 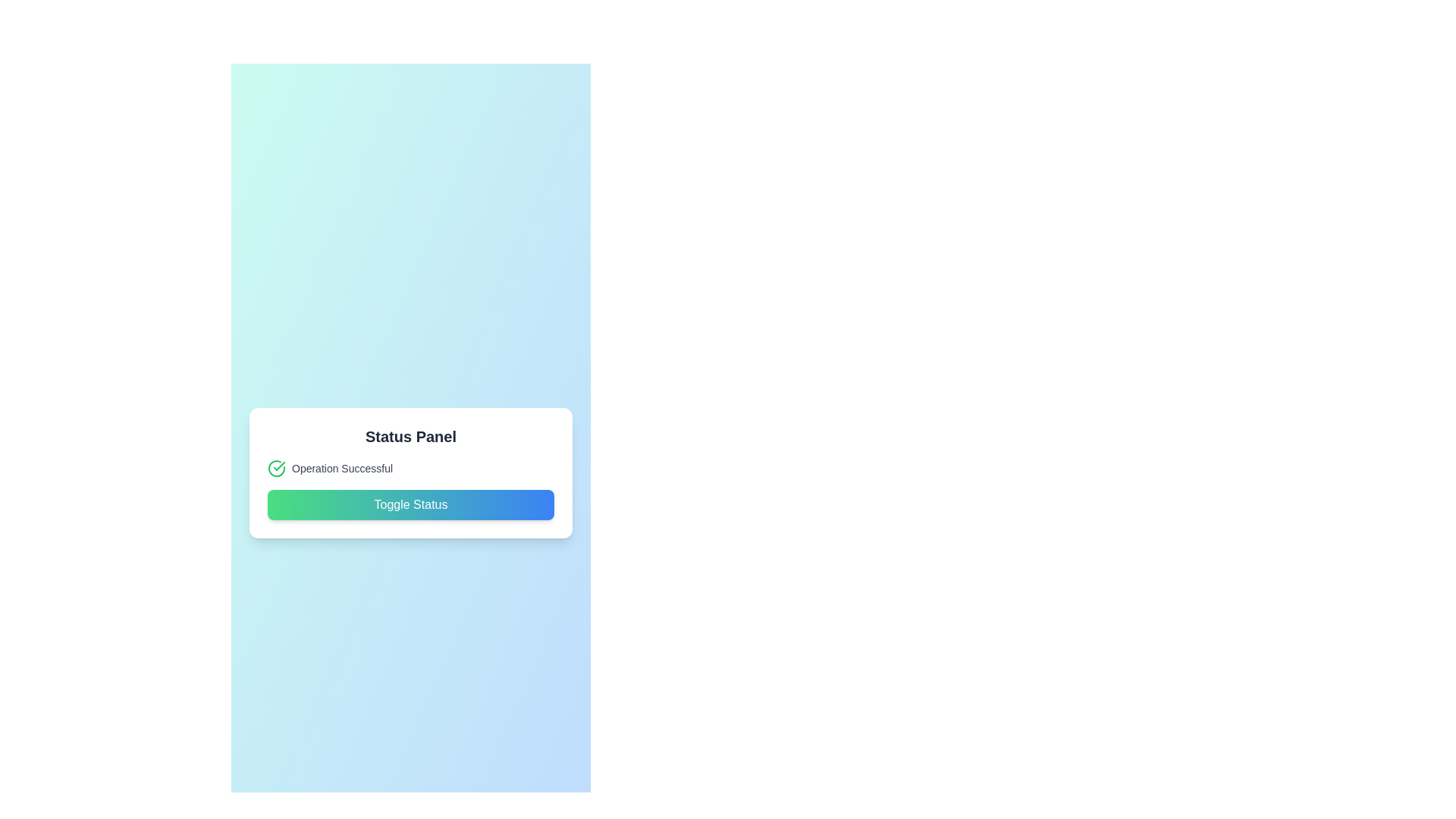 What do you see at coordinates (411, 505) in the screenshot?
I see `the 'Toggle Status' button with a gradient background transitioning from green to blue, located within the 'Status Panel' below 'Operation Successful'` at bounding box center [411, 505].